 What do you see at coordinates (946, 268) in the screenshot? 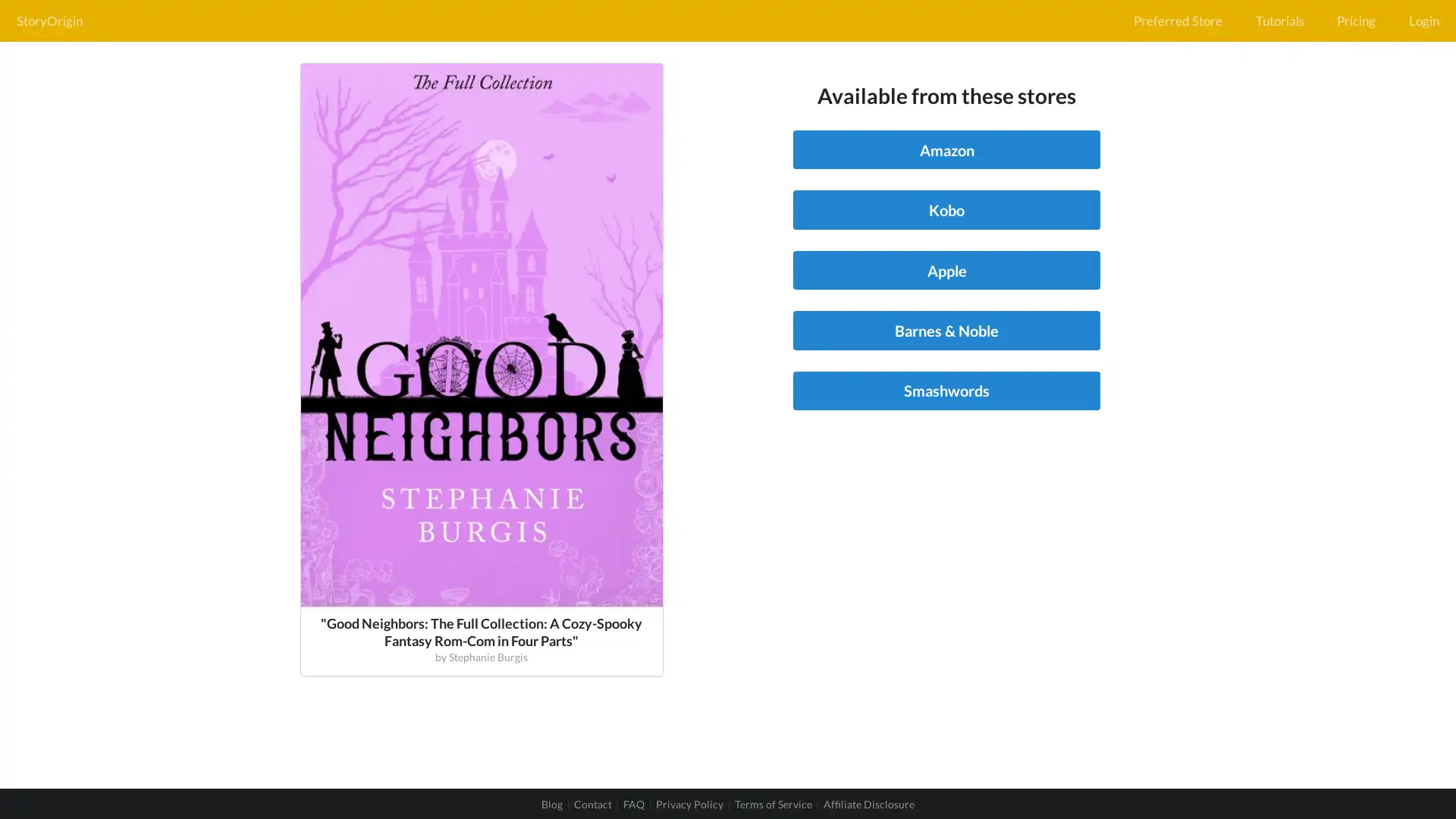
I see `Apple` at bounding box center [946, 268].